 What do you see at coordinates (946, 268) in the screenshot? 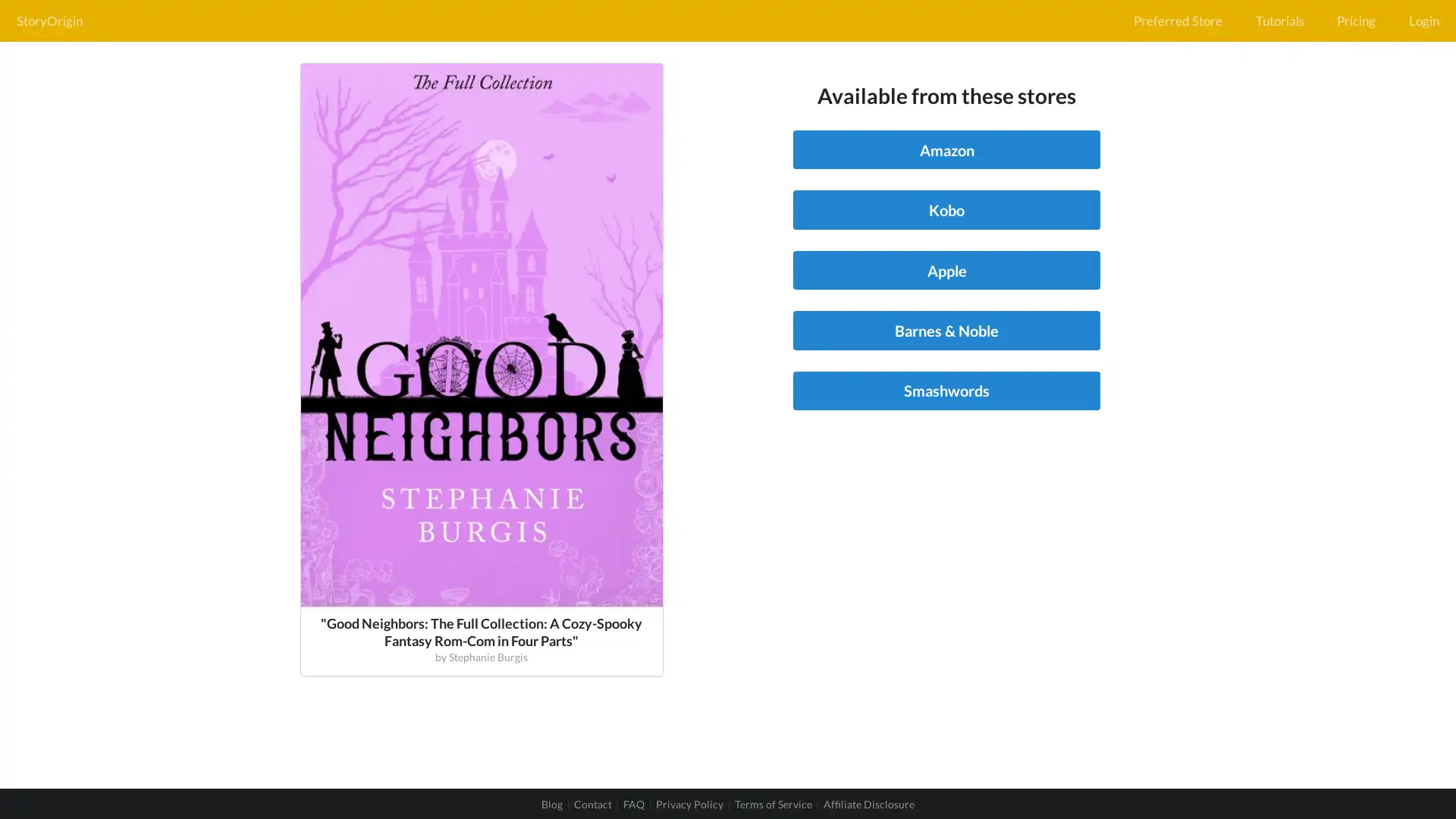
I see `Apple` at bounding box center [946, 268].